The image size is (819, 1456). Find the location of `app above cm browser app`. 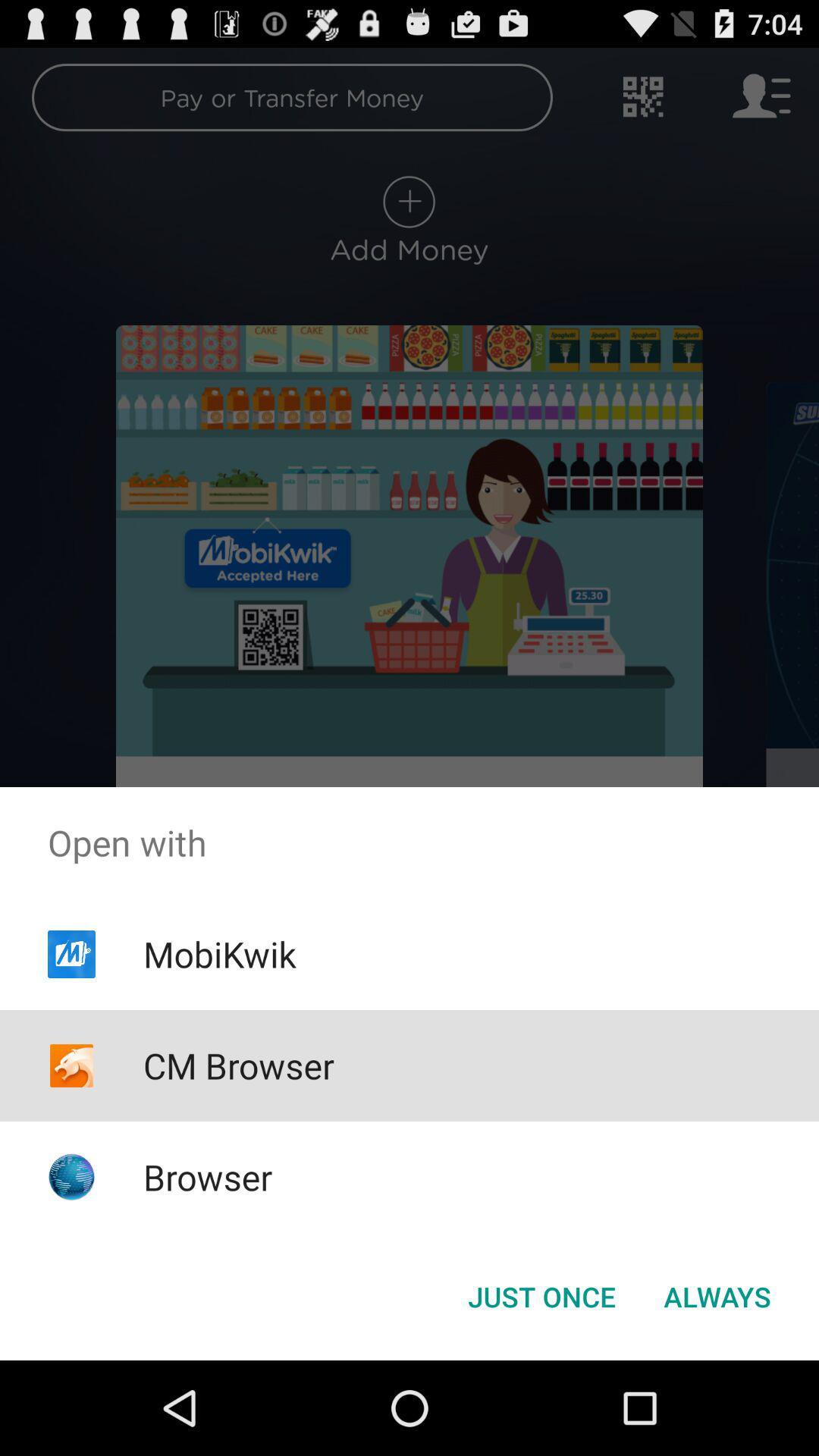

app above cm browser app is located at coordinates (219, 953).